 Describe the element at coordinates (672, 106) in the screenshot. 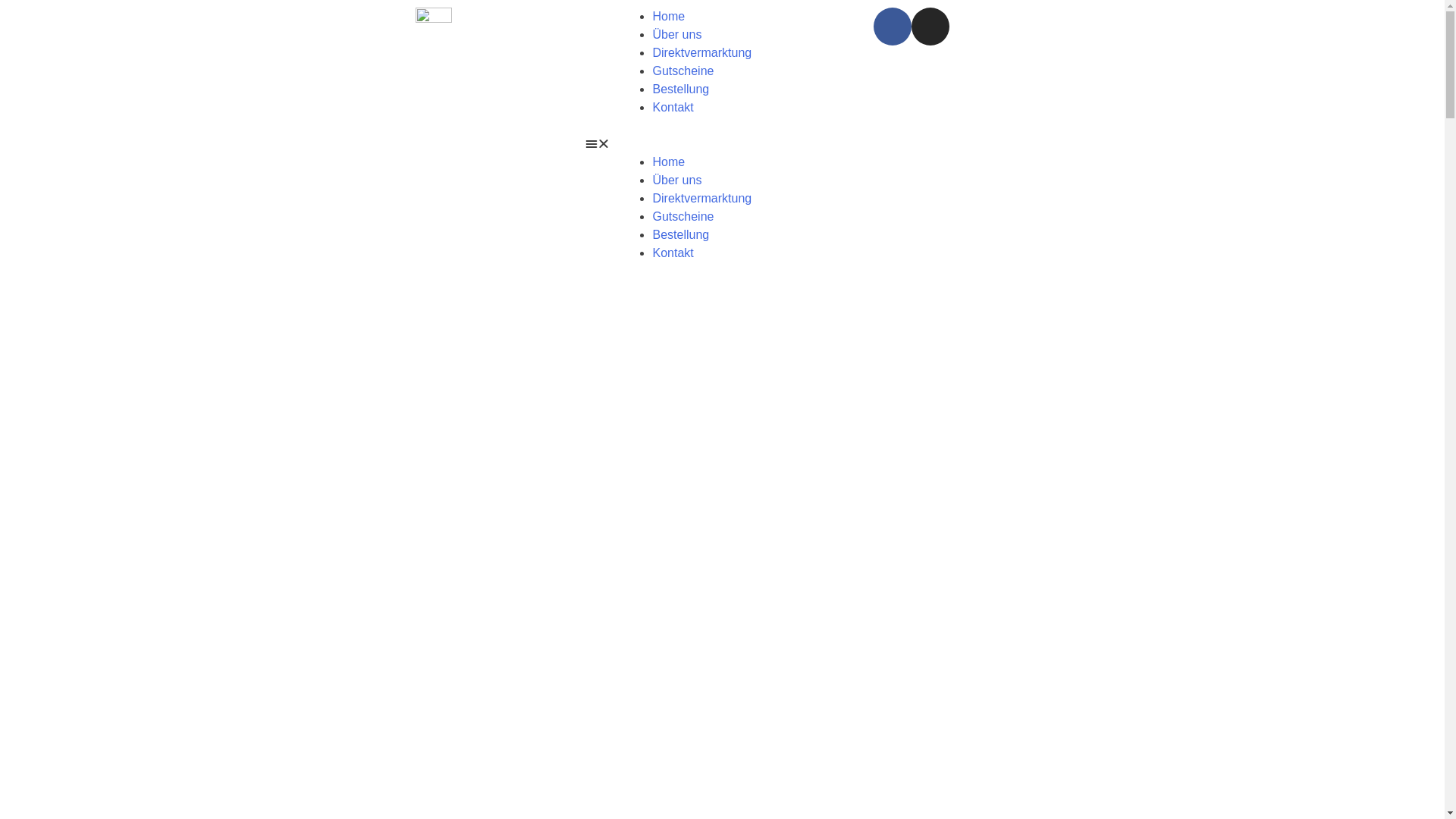

I see `'Kontakt'` at that location.